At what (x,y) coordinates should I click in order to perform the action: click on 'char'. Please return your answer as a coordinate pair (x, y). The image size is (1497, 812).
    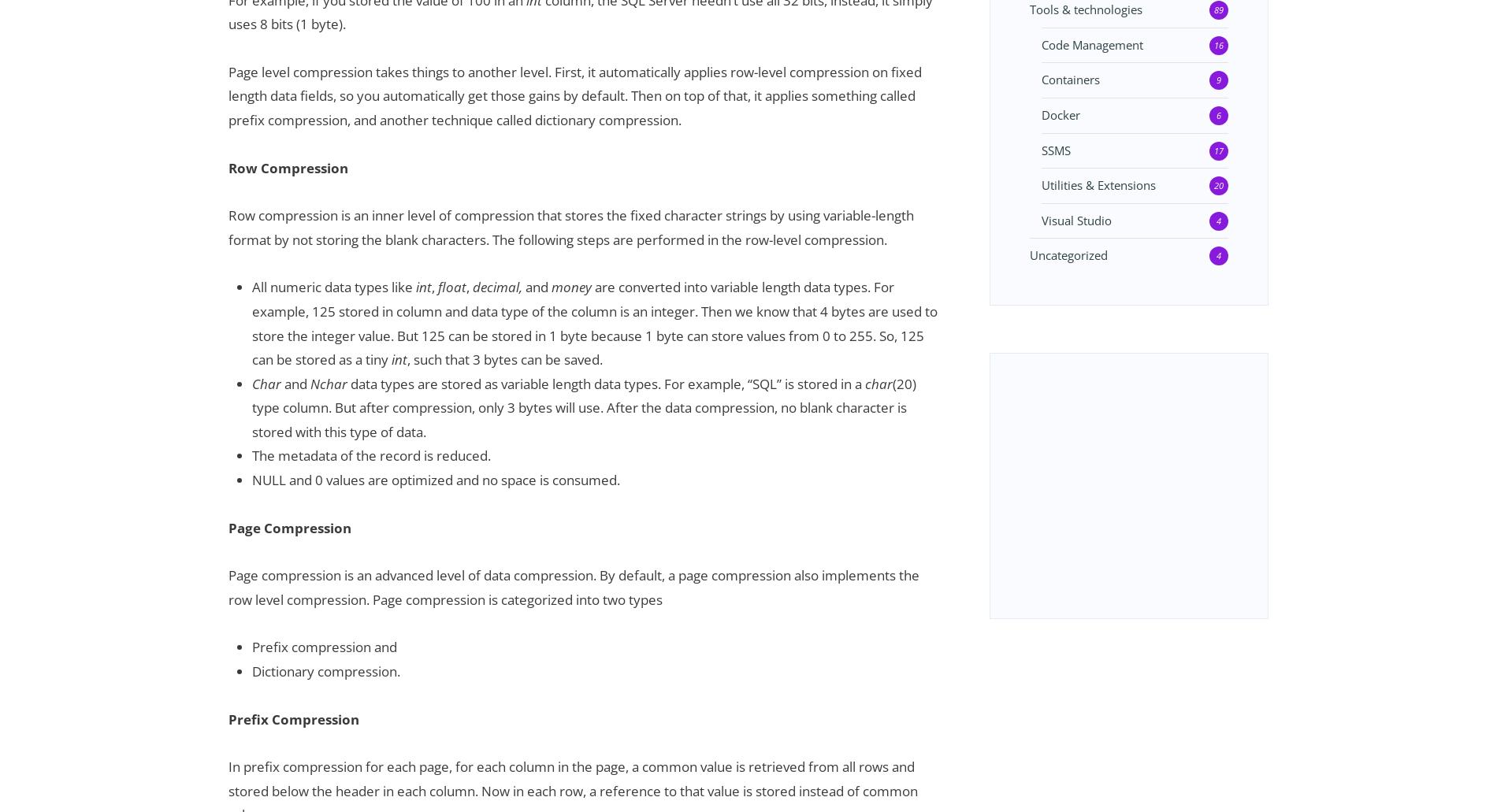
    Looking at the image, I should click on (879, 383).